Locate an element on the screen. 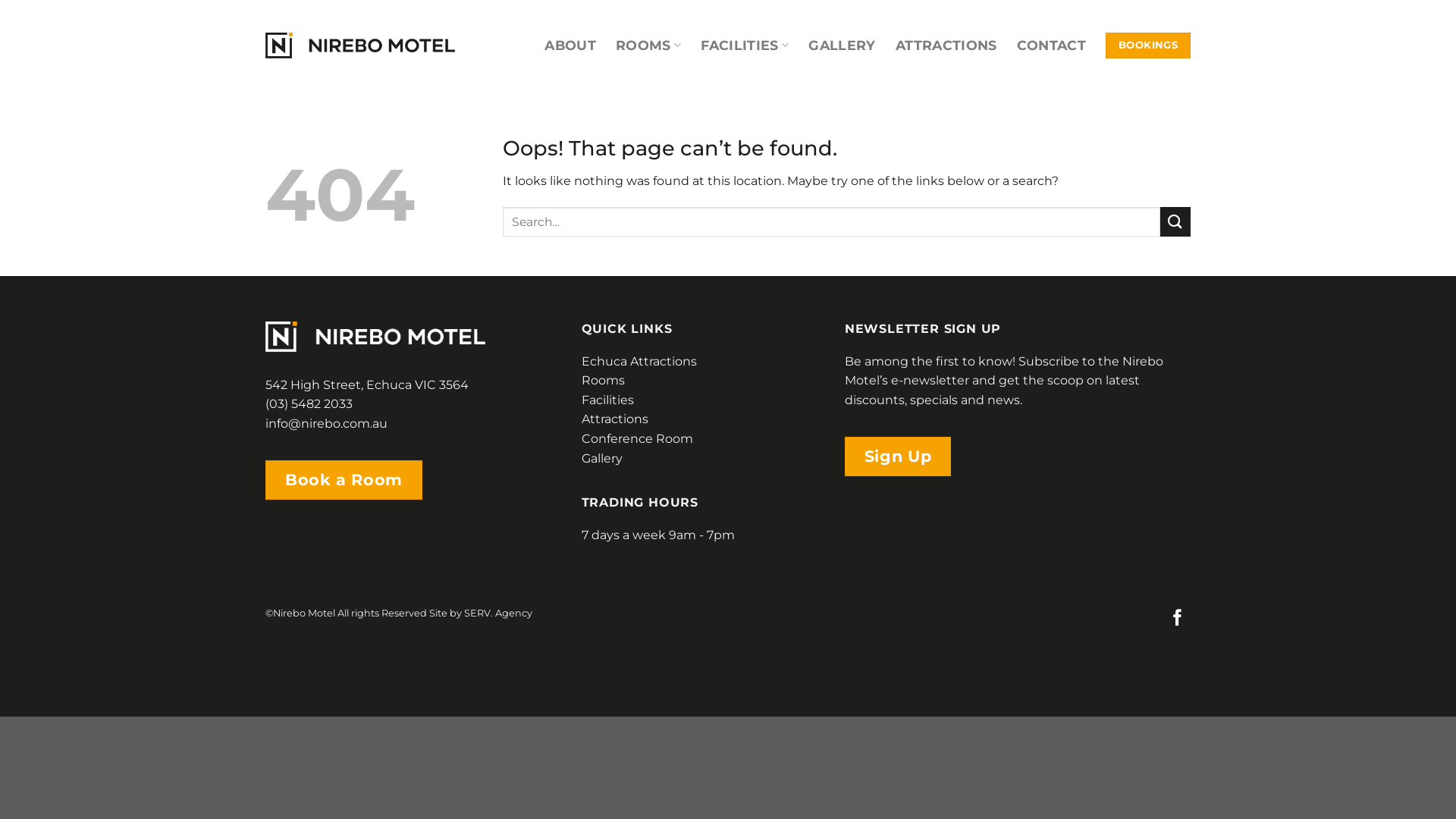  'Attractions' is located at coordinates (615, 419).